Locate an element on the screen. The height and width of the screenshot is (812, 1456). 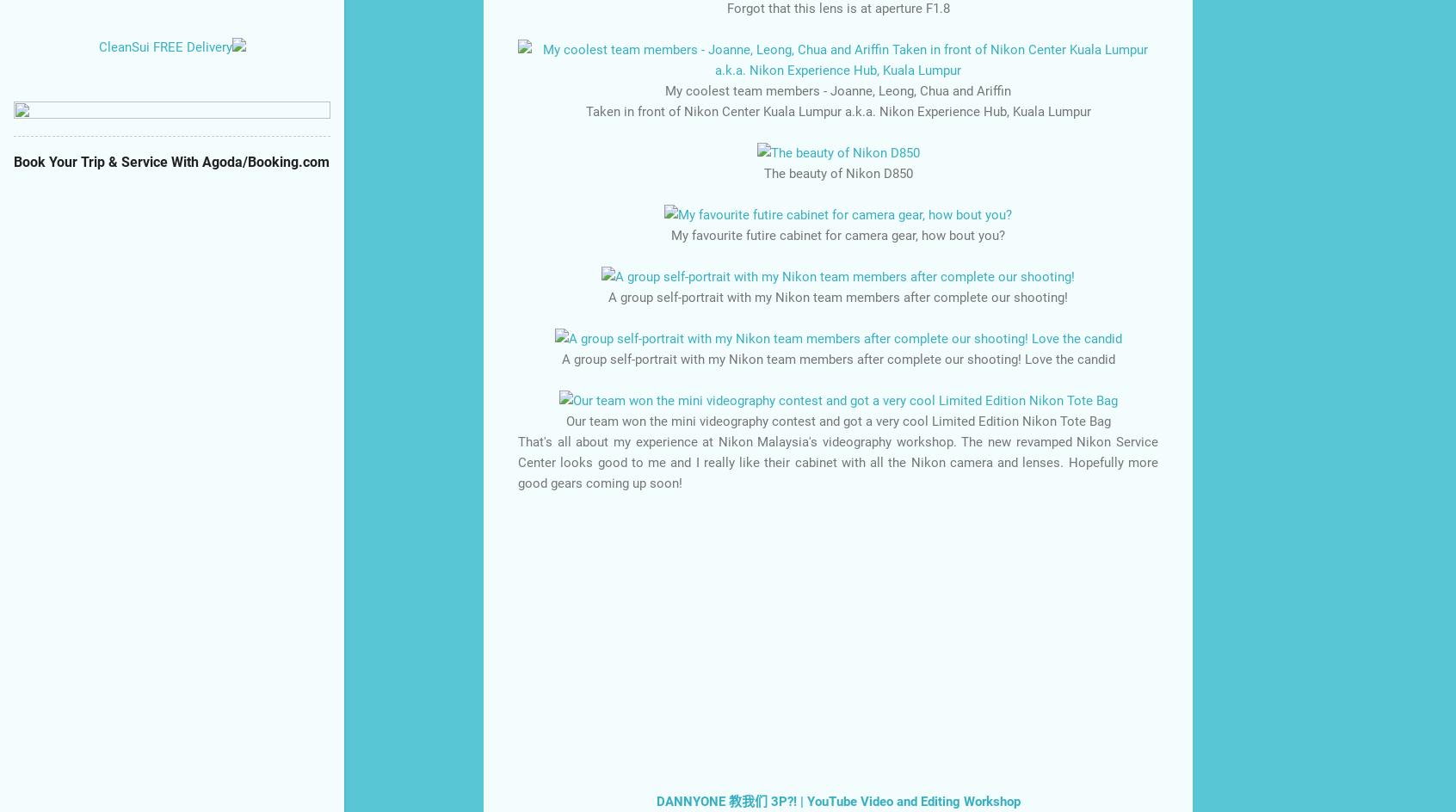
'Forgot that this lens is at aperture F1.8' is located at coordinates (725, 7).